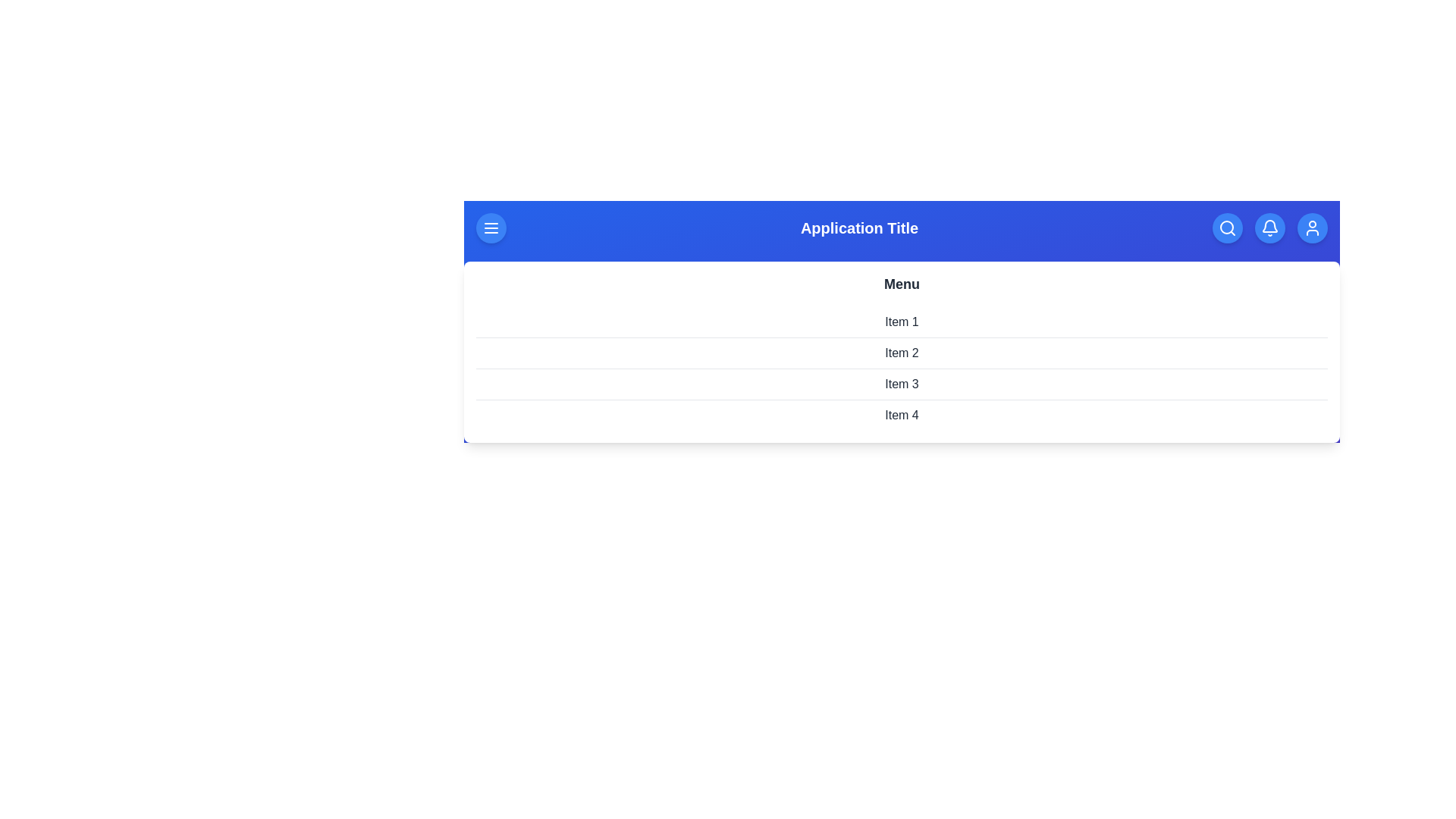 The height and width of the screenshot is (819, 1456). What do you see at coordinates (491, 227) in the screenshot?
I see `menu button to toggle the menu visibility` at bounding box center [491, 227].